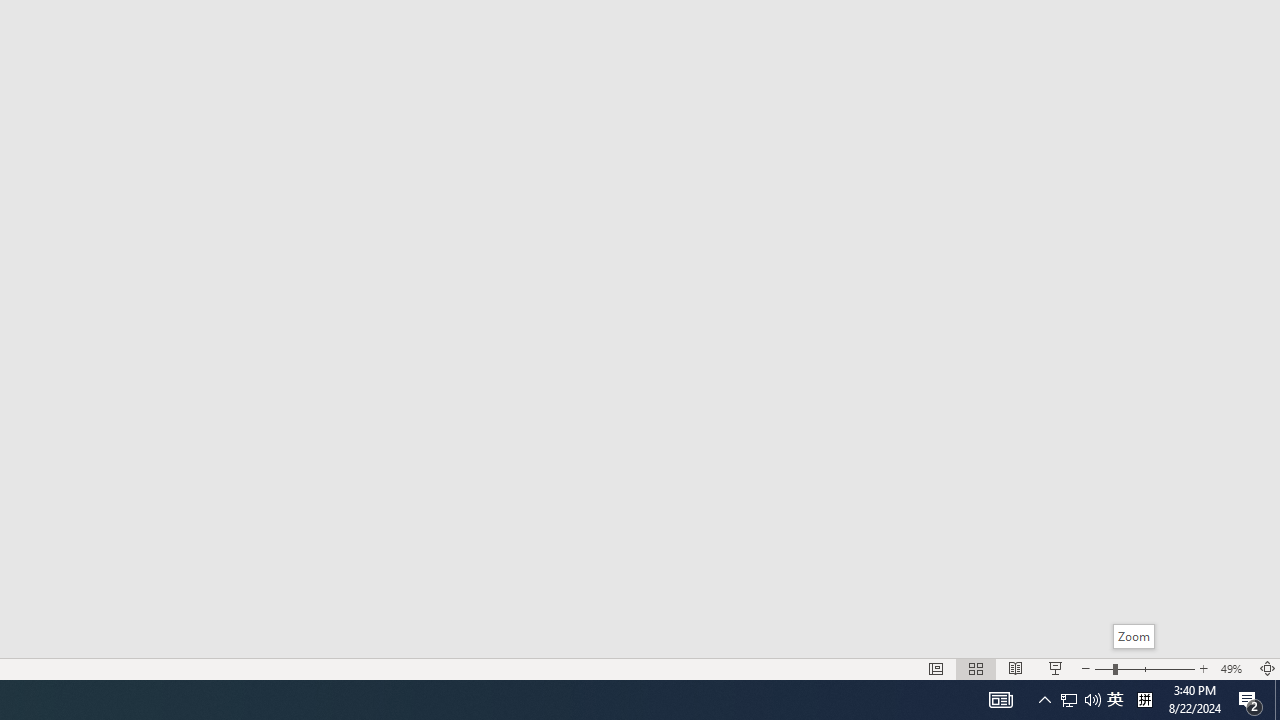 The width and height of the screenshot is (1280, 720). What do you see at coordinates (1233, 669) in the screenshot?
I see `'Zoom 49%'` at bounding box center [1233, 669].